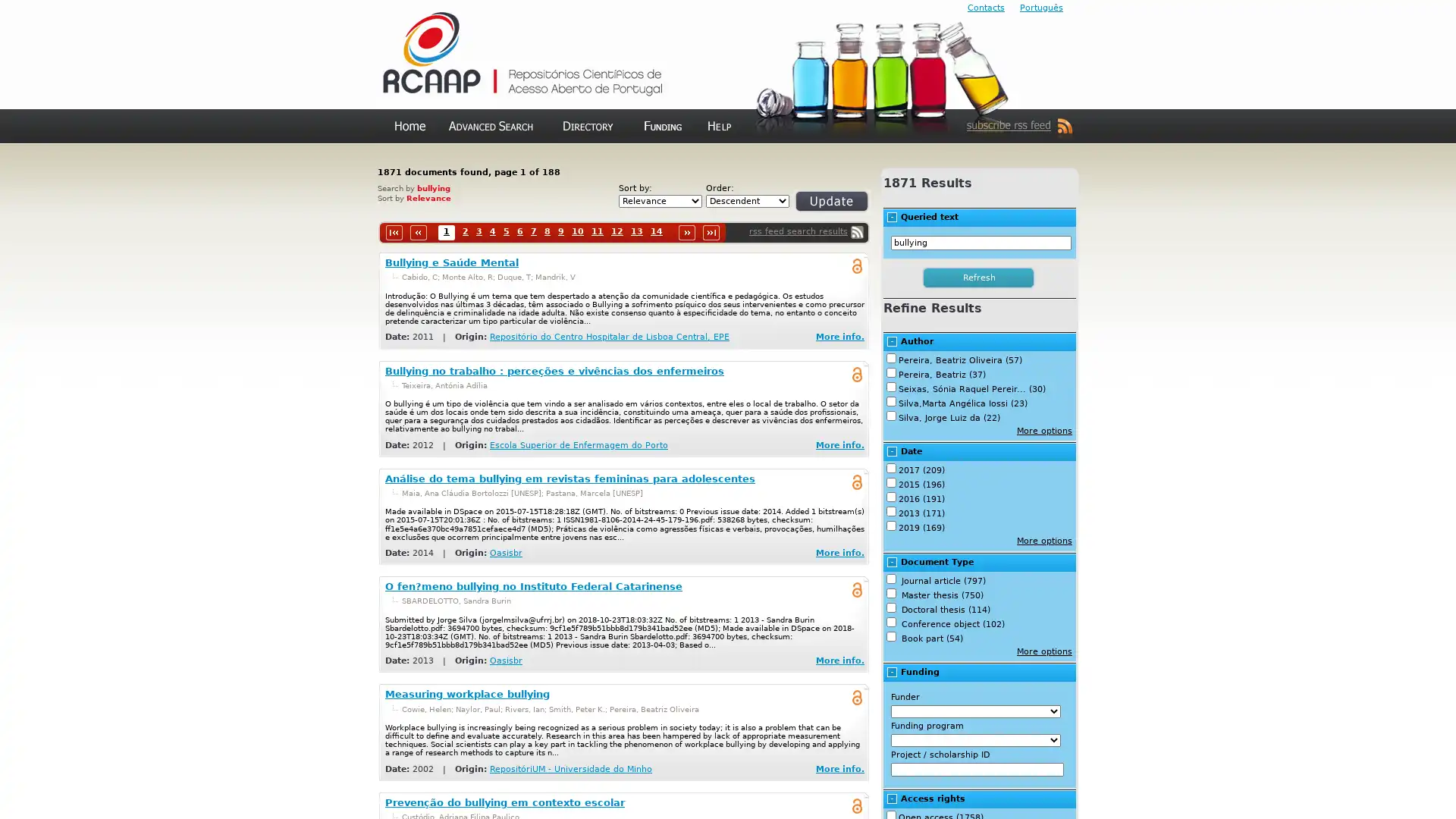 This screenshot has height=819, width=1456. What do you see at coordinates (813, 207) in the screenshot?
I see `Refresh` at bounding box center [813, 207].